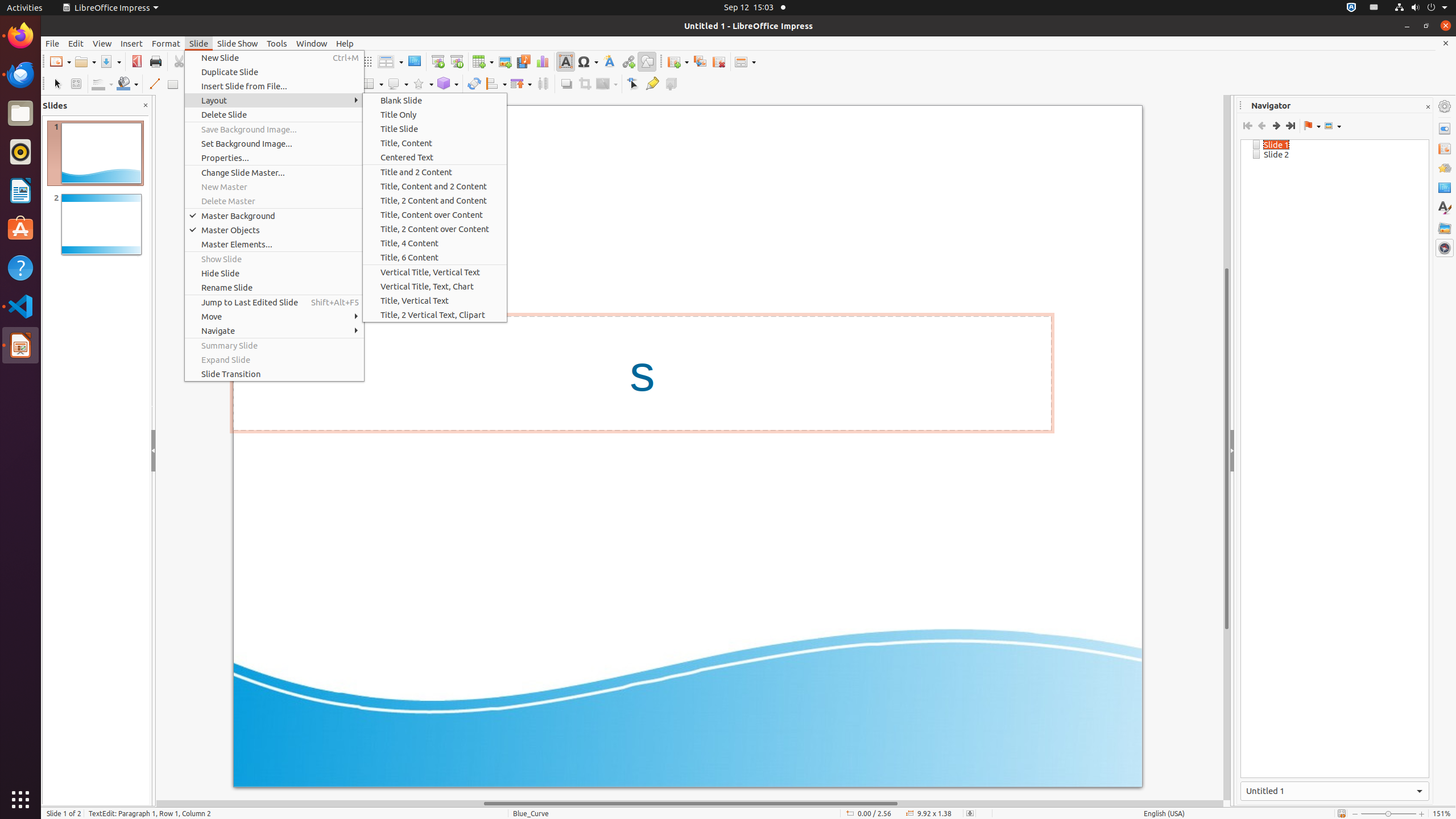 This screenshot has height=819, width=1456. What do you see at coordinates (274, 316) in the screenshot?
I see `'Move'` at bounding box center [274, 316].